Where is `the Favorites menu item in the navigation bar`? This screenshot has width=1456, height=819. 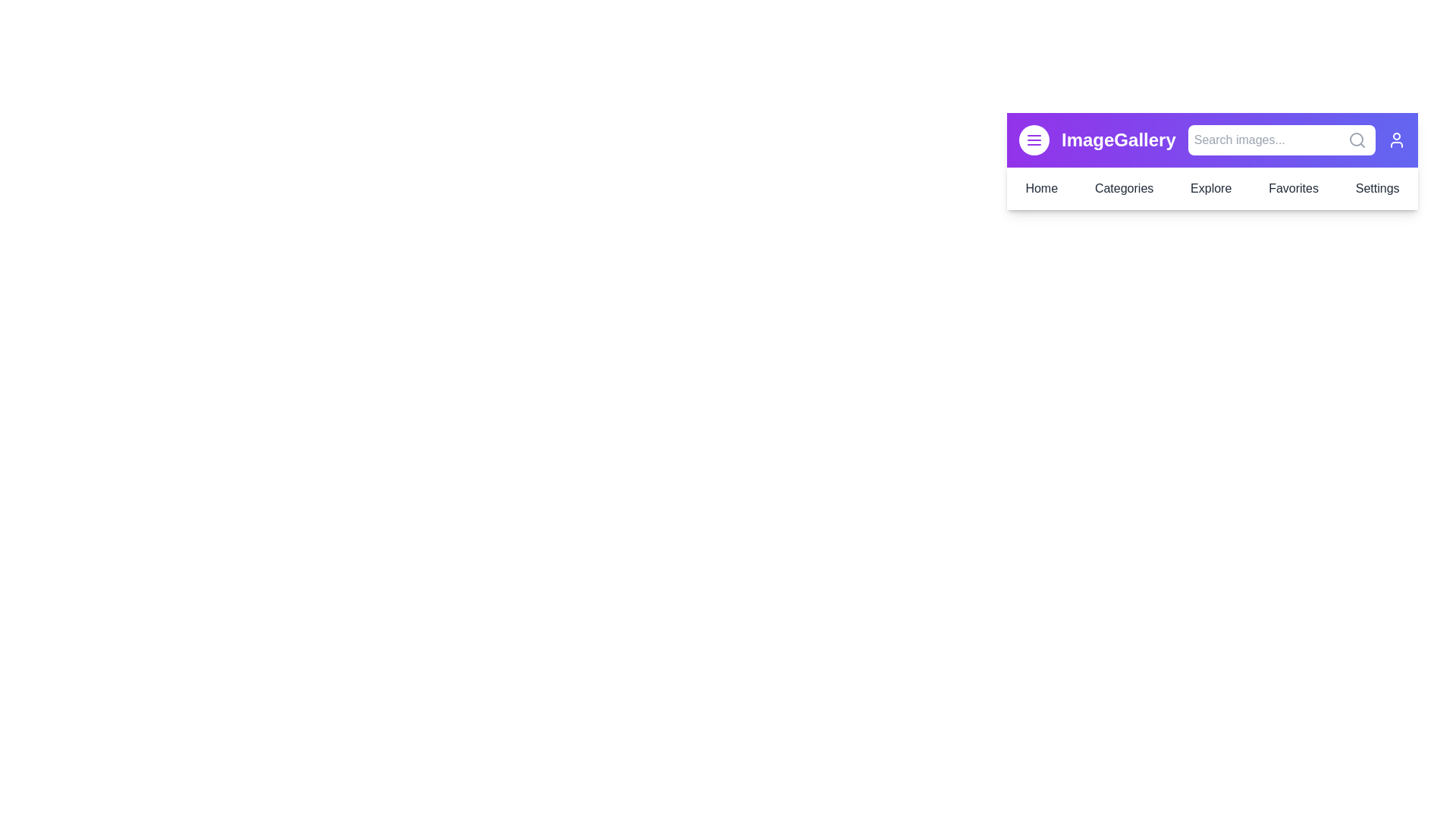 the Favorites menu item in the navigation bar is located at coordinates (1293, 188).